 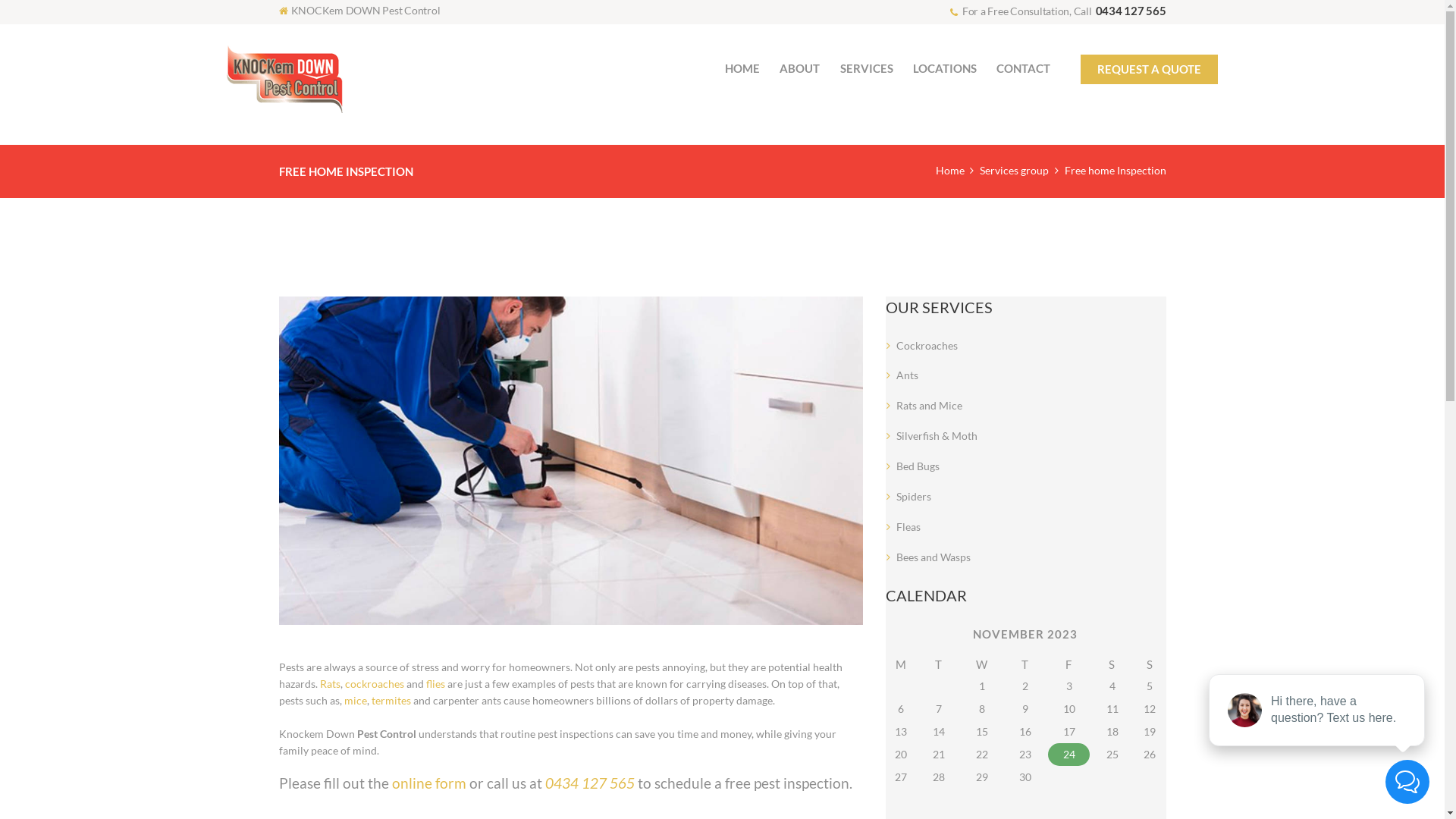 What do you see at coordinates (932, 557) in the screenshot?
I see `'Bees and Wasps'` at bounding box center [932, 557].